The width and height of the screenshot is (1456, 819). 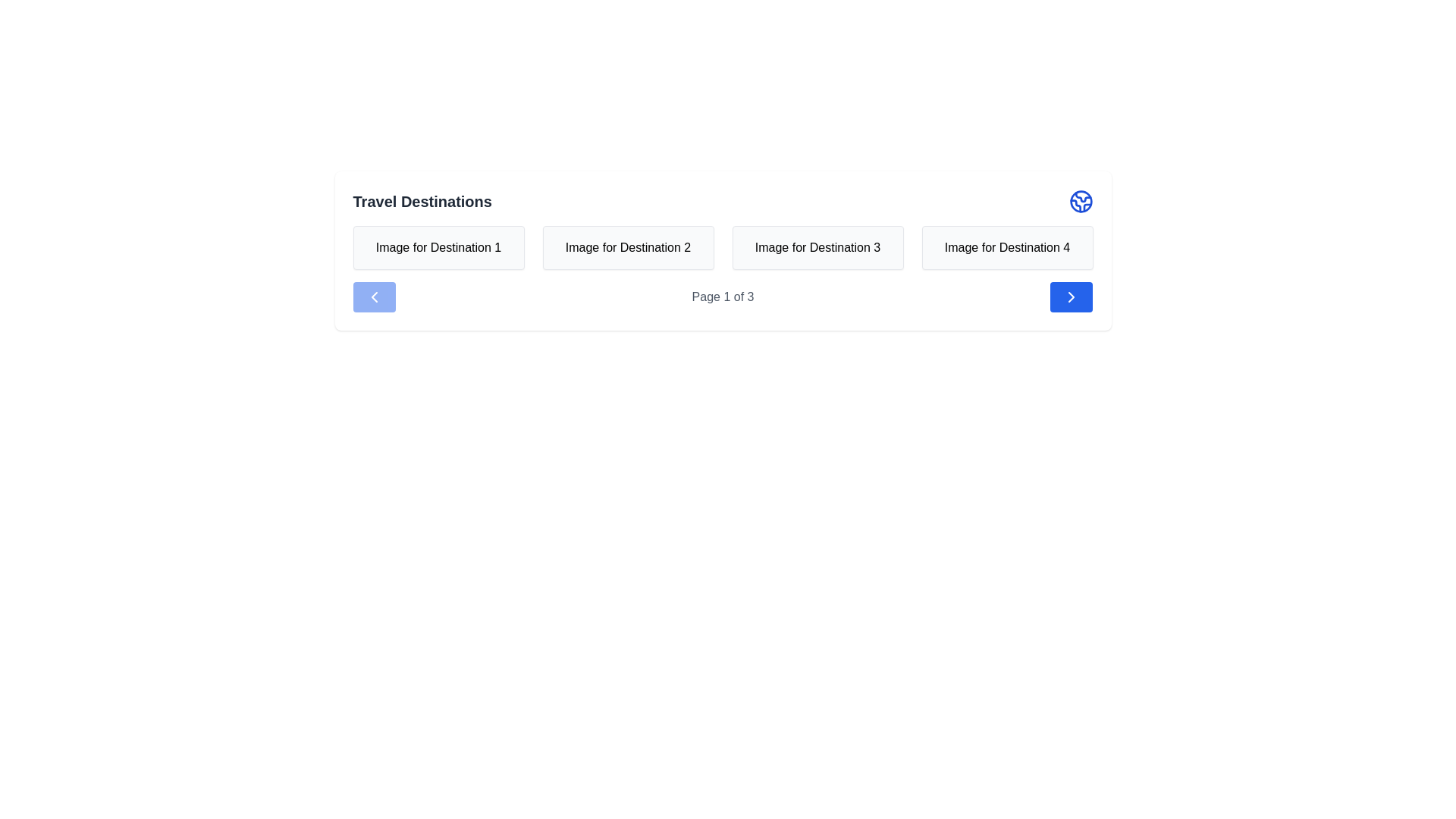 I want to click on first button in the pagination control at the bottom of the page for accessibility purposes, so click(x=374, y=297).